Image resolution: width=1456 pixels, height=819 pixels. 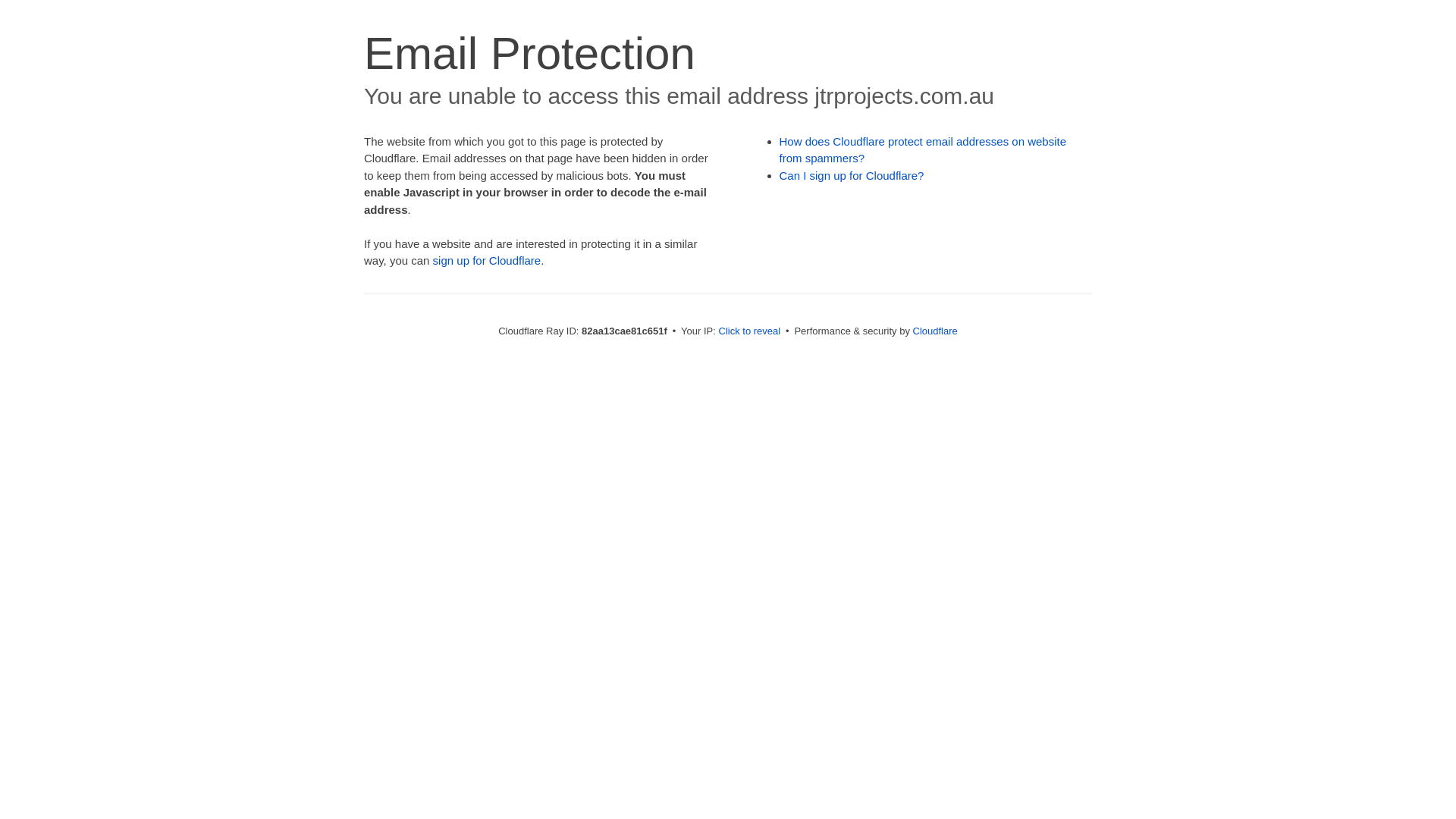 I want to click on 'Click to reveal', so click(x=749, y=330).